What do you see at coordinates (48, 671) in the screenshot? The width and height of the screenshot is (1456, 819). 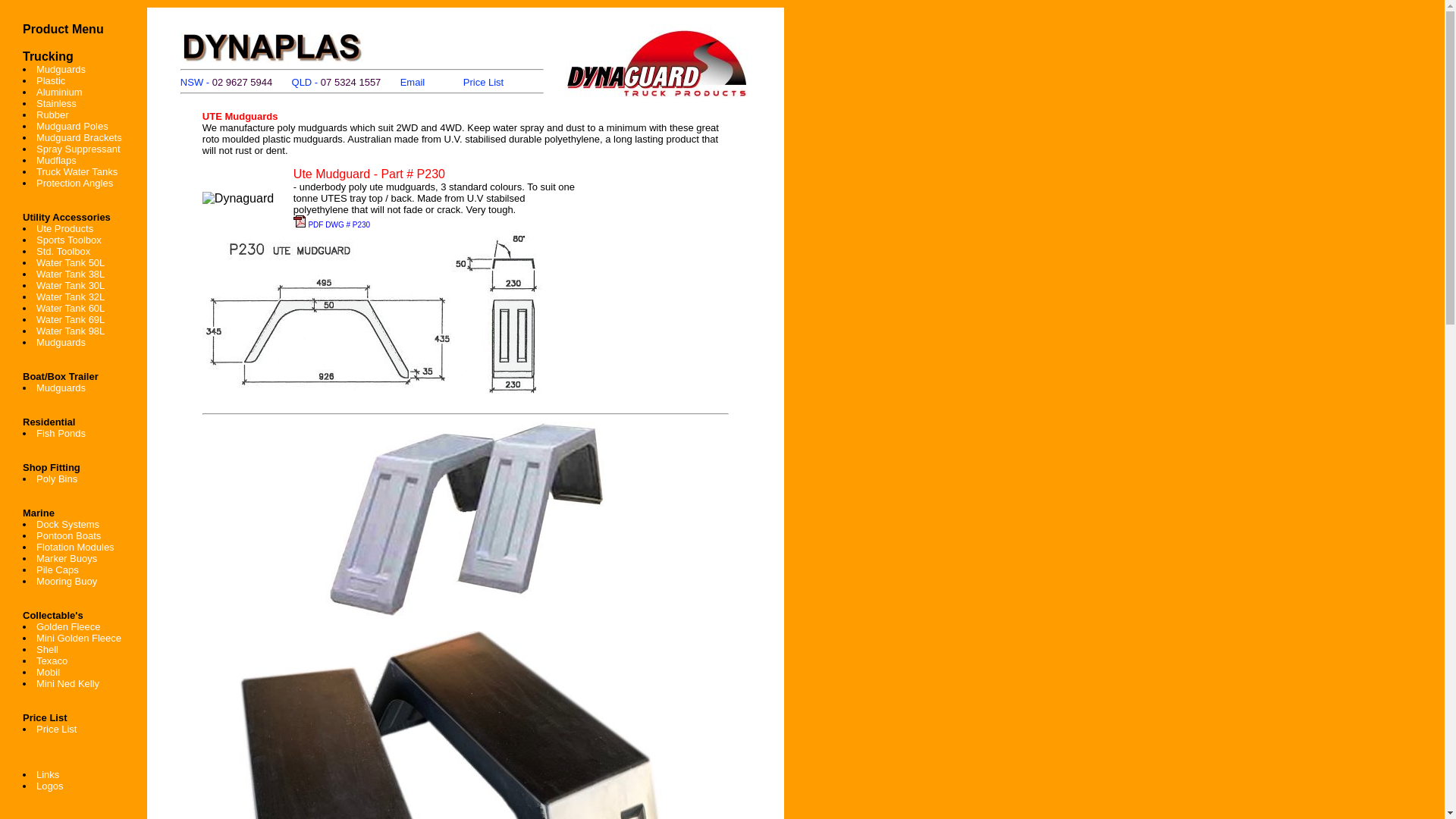 I see `'Mobil'` at bounding box center [48, 671].